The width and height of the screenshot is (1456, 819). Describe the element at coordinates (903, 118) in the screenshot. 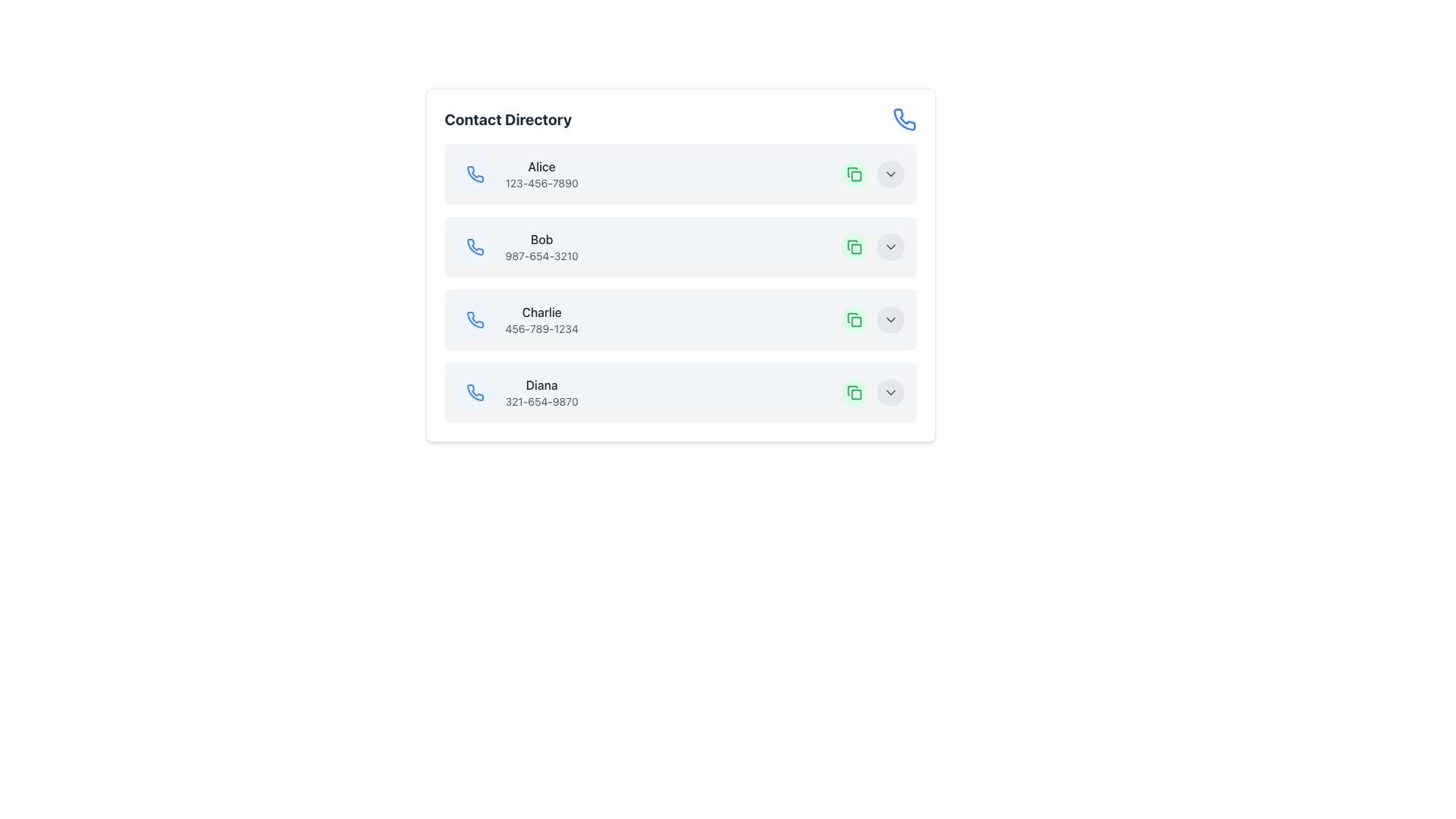

I see `the phone icon located at the top right corner of the contact directory card` at that location.